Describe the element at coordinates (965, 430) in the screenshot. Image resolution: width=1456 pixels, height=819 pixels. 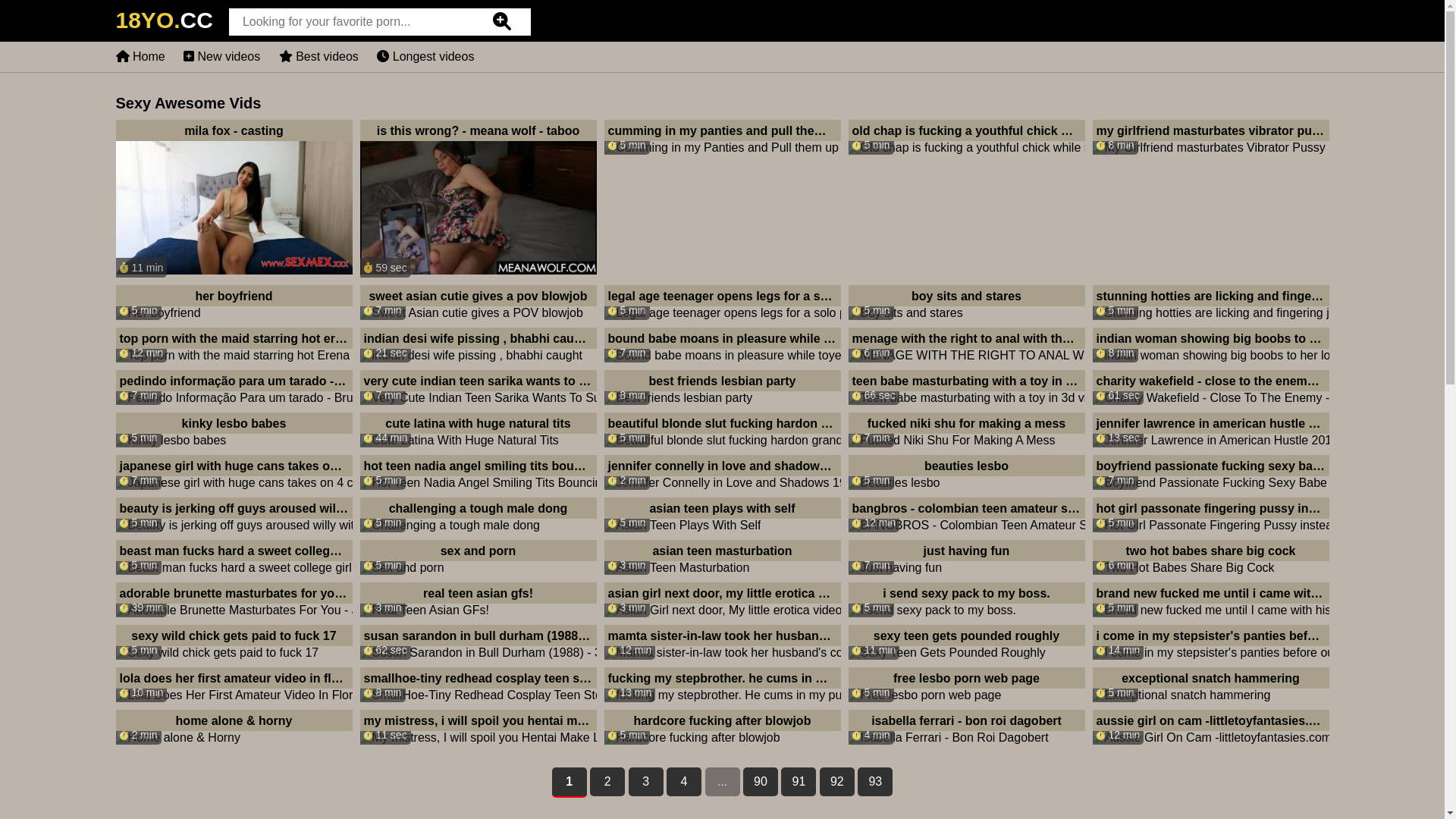
I see `'7 min` at that location.